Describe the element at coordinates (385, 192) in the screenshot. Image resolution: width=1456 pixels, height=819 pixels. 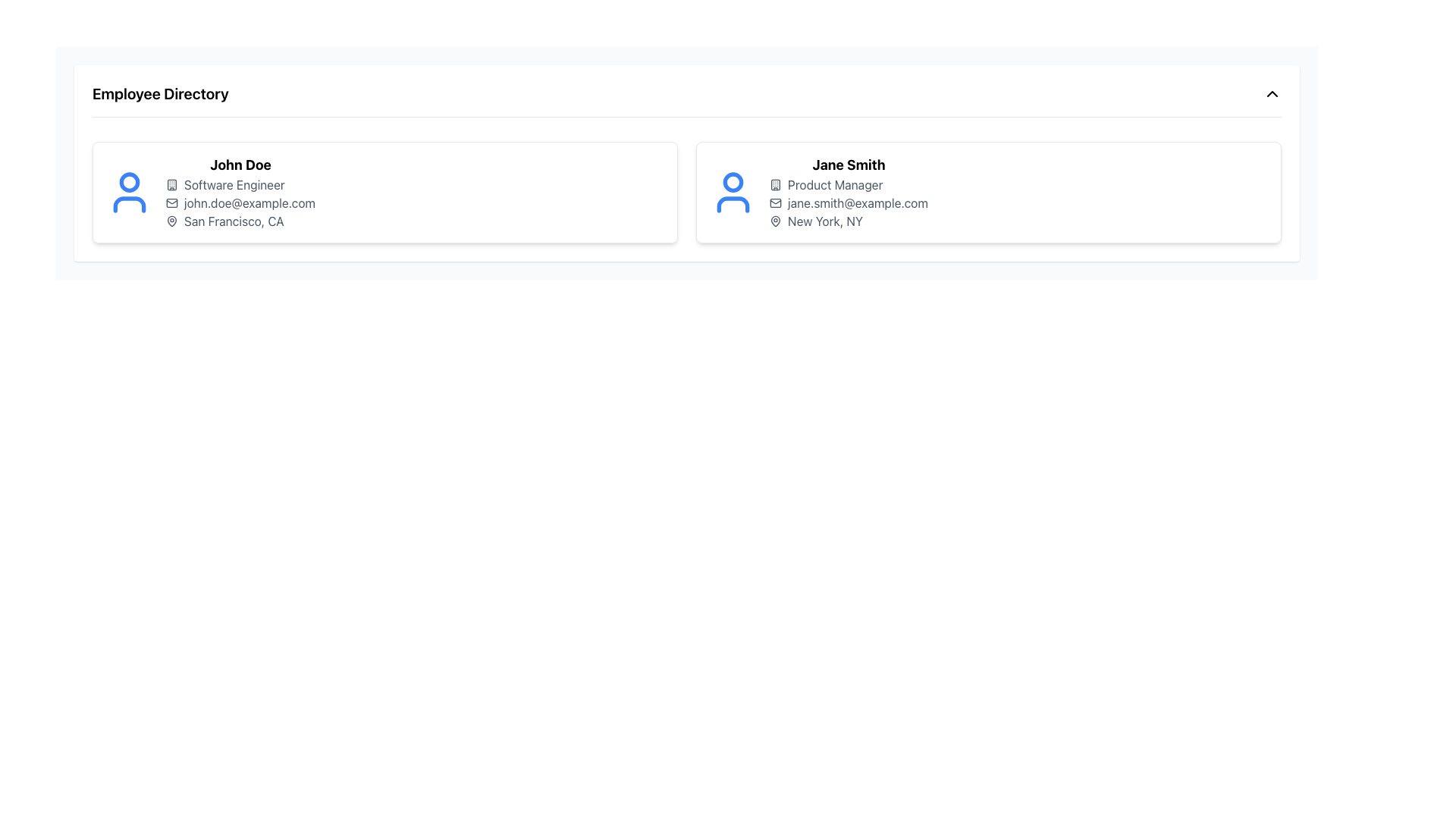
I see `the Contact information card, which is the first card in a grid layout located at the top row, left-most position` at that location.